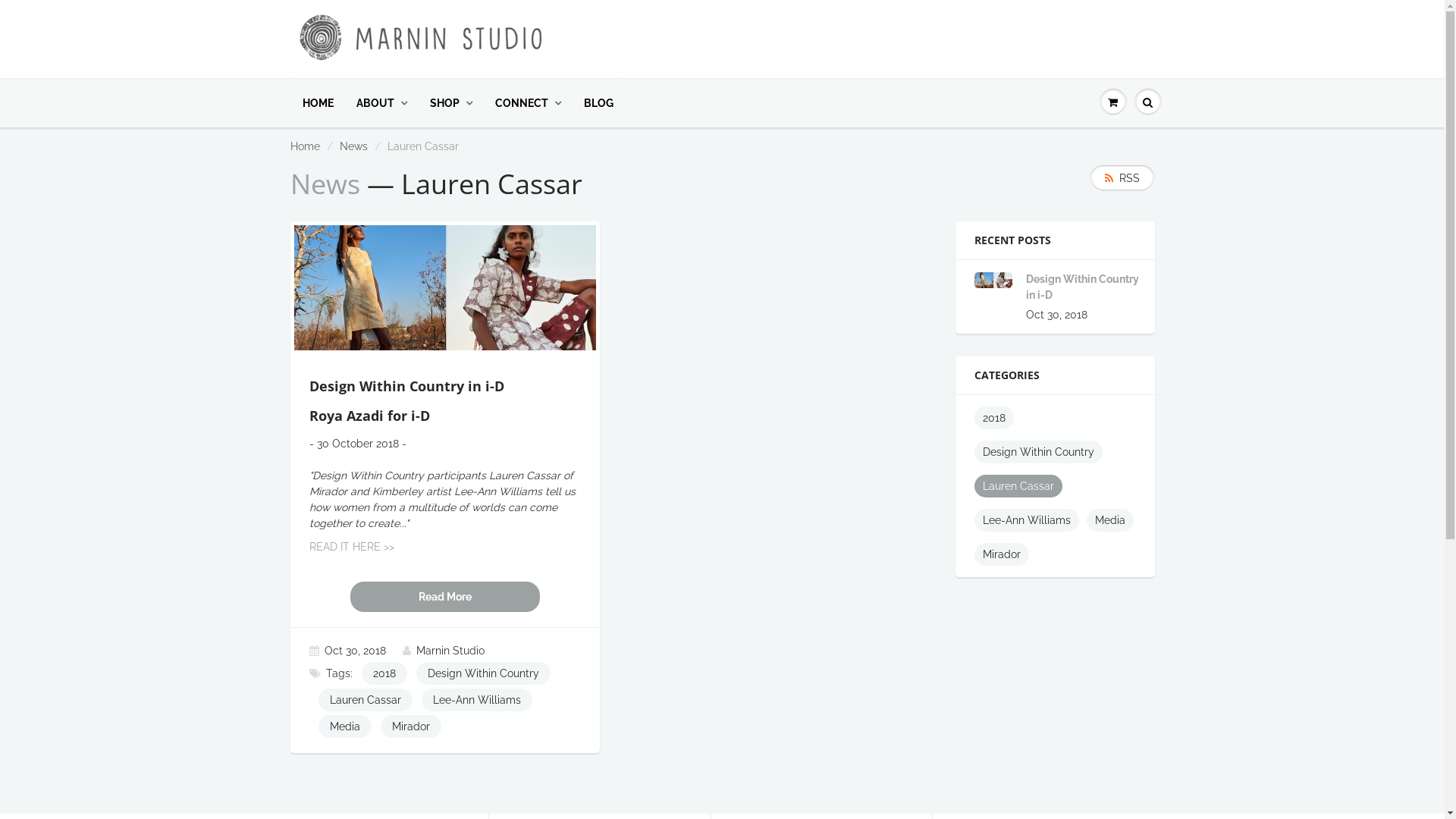 The height and width of the screenshot is (819, 1456). I want to click on 'Design Within Country', so click(415, 672).